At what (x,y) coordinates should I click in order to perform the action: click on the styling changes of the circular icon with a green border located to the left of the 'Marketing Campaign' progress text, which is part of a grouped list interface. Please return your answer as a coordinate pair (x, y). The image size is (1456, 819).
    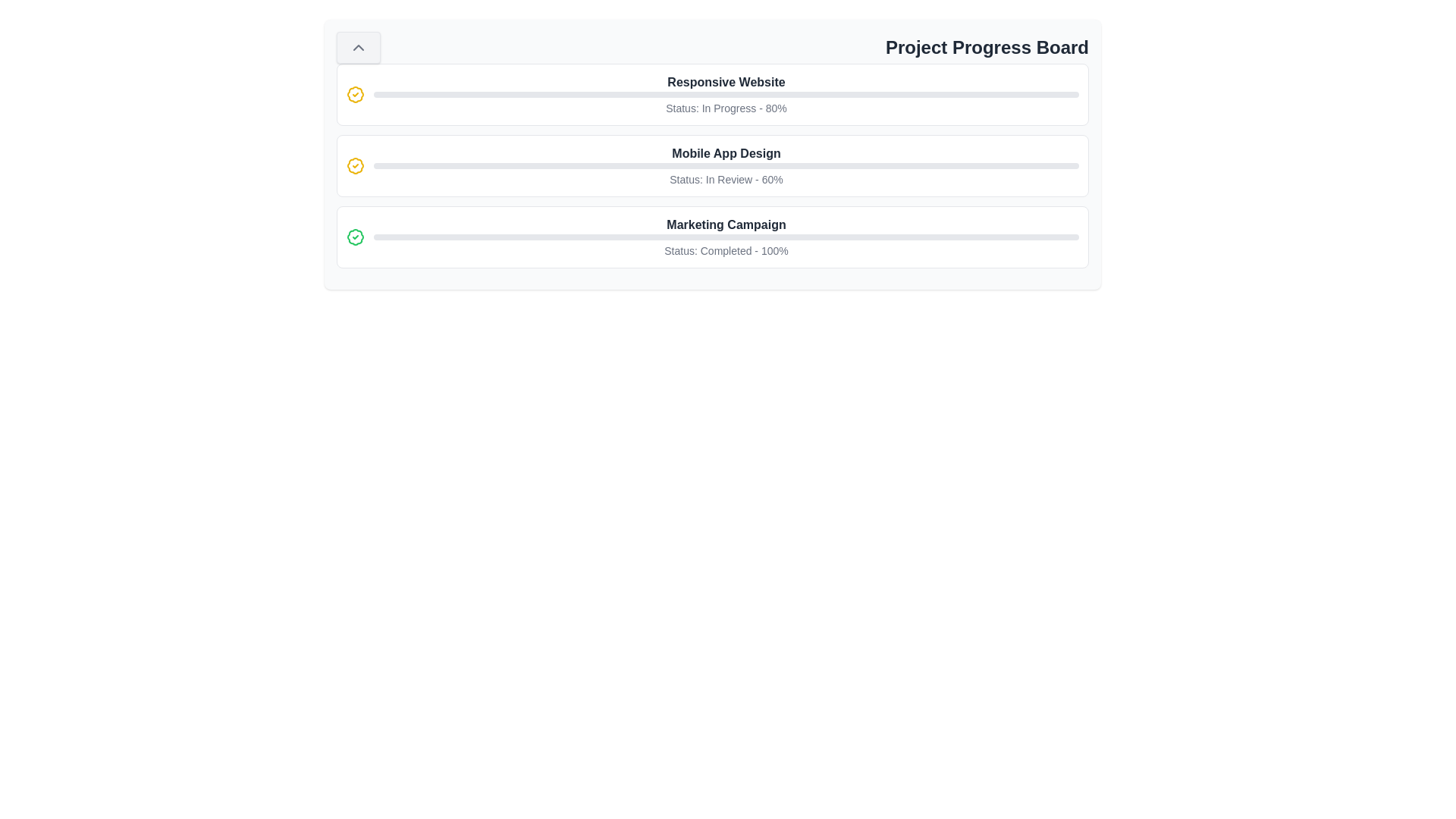
    Looking at the image, I should click on (355, 237).